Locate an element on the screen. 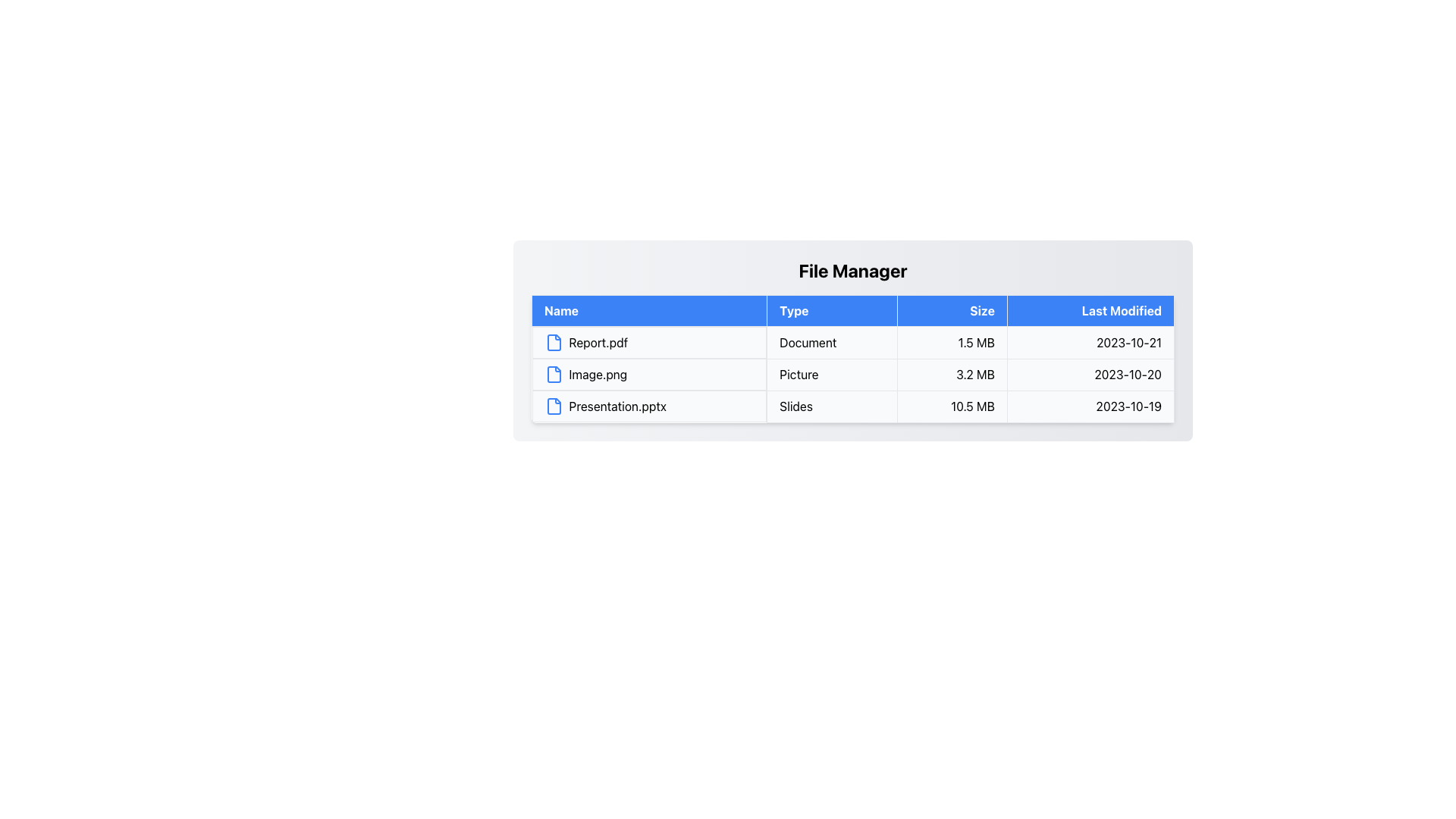 The width and height of the screenshot is (1456, 819). the icon representing the 'Image.png' file, which is the leftmost element in its row is located at coordinates (553, 374).